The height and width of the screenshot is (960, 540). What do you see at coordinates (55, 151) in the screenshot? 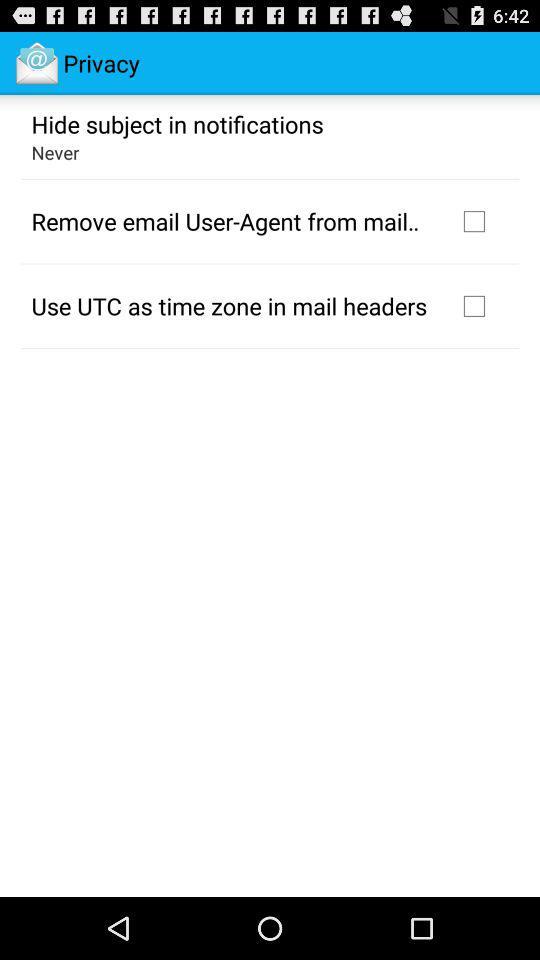
I see `never` at bounding box center [55, 151].